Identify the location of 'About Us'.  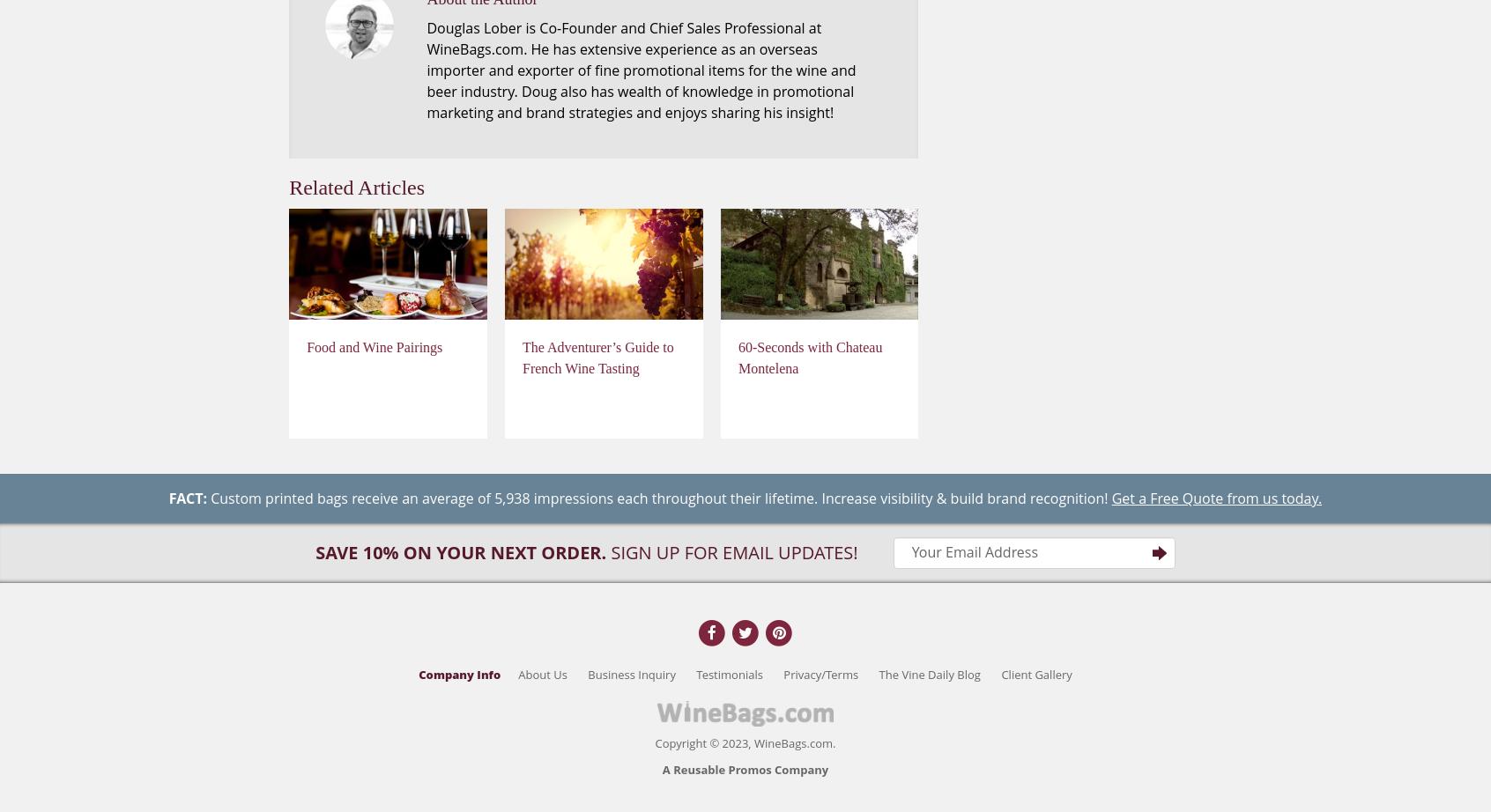
(541, 672).